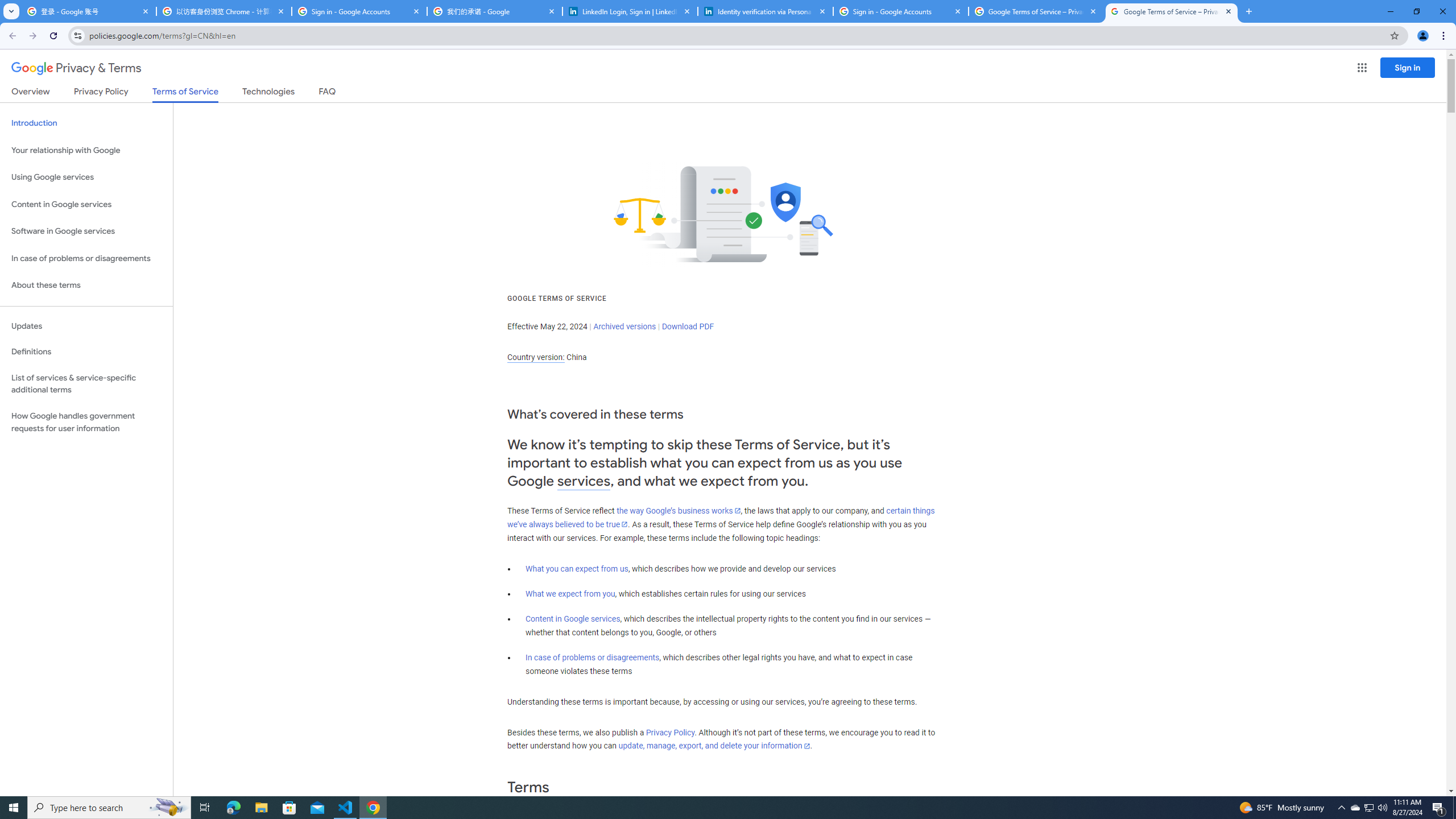 The image size is (1456, 819). Describe the element at coordinates (900, 11) in the screenshot. I see `'Sign in - Google Accounts'` at that location.